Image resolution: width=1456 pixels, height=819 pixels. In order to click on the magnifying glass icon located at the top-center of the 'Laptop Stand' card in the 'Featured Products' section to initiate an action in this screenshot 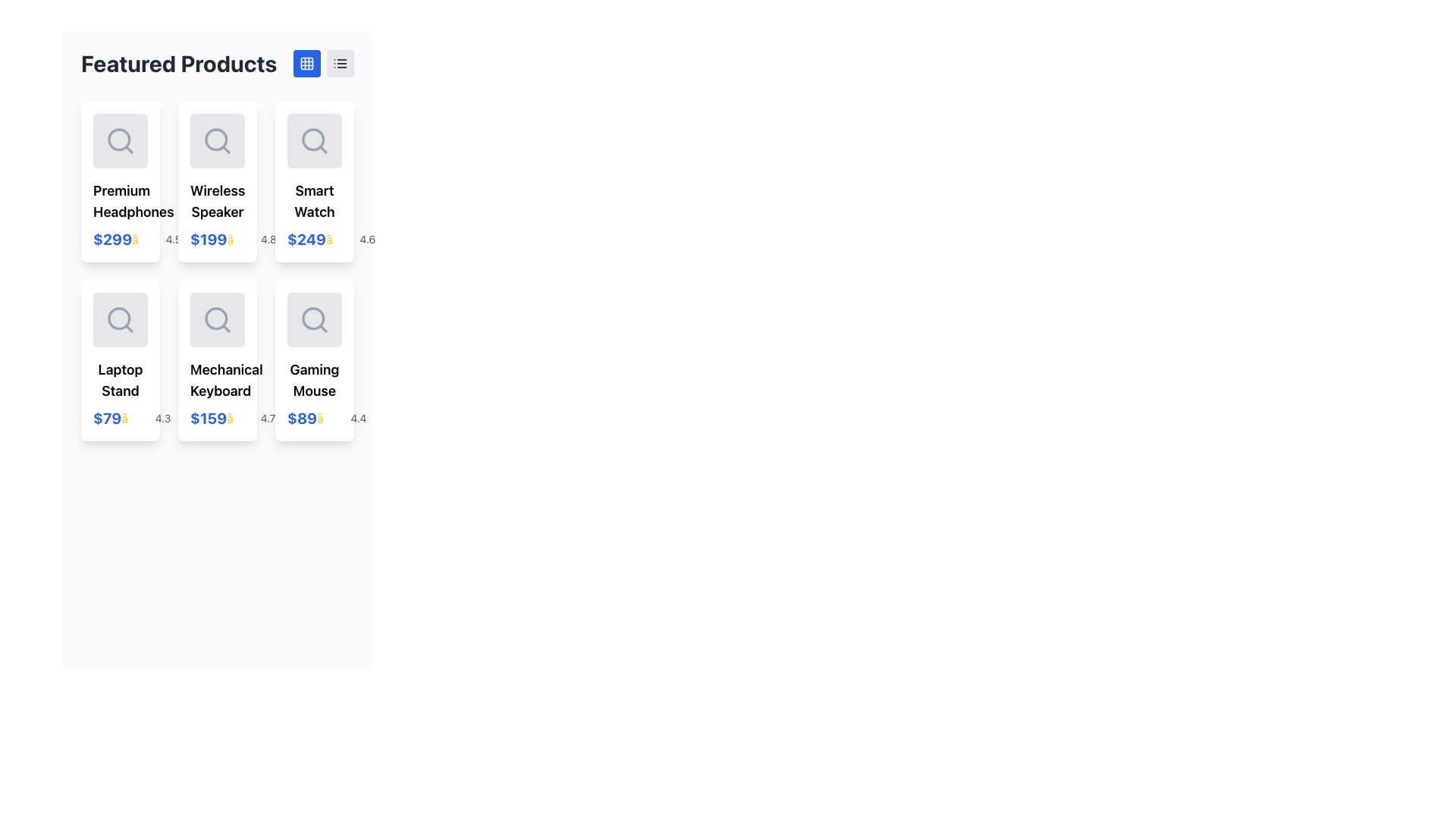, I will do `click(119, 318)`.